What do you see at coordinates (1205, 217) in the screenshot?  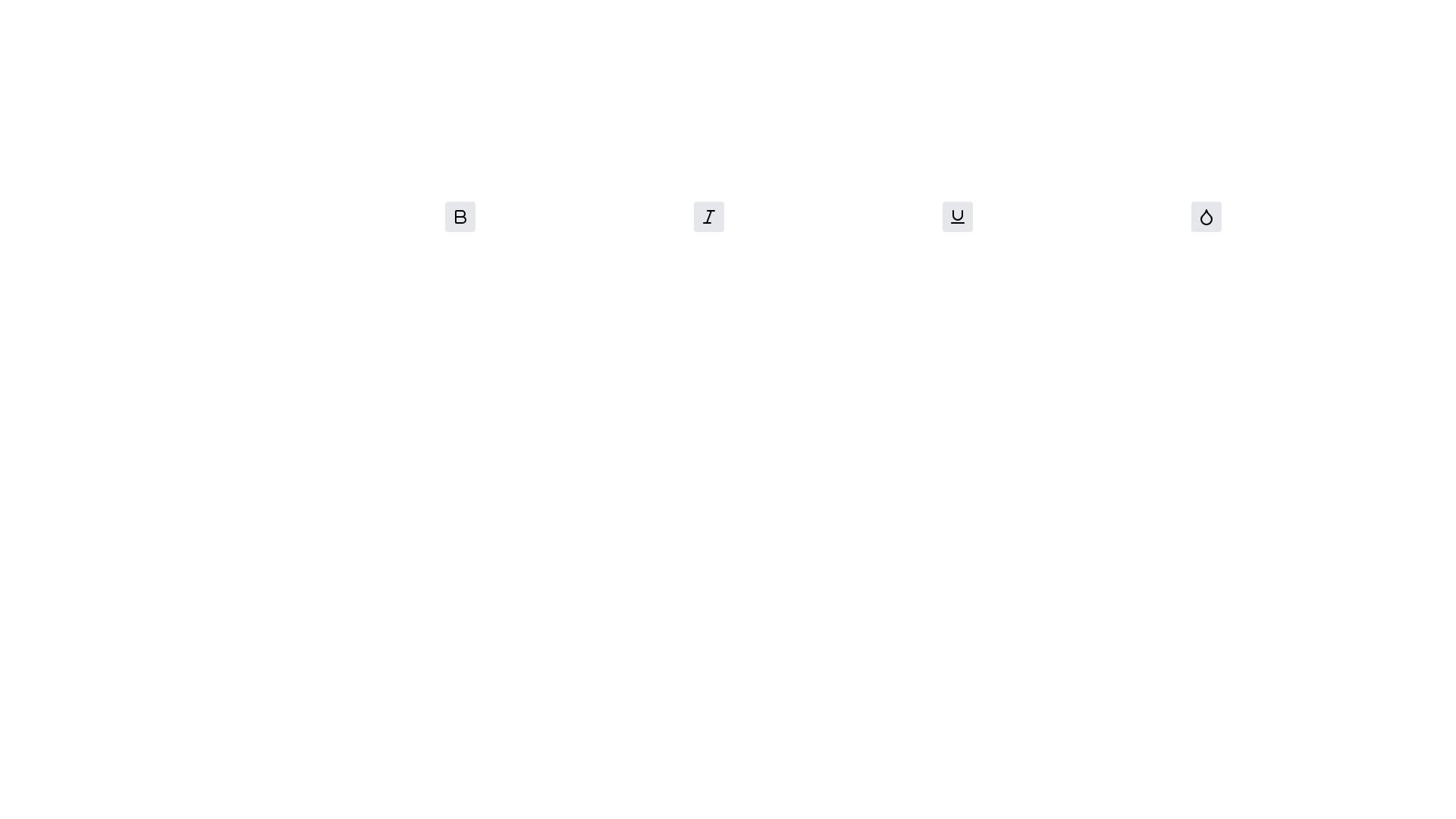 I see `the liquid-related icon positioned to the far right of the button array, located slightly right of the underlined 'U' icon` at bounding box center [1205, 217].